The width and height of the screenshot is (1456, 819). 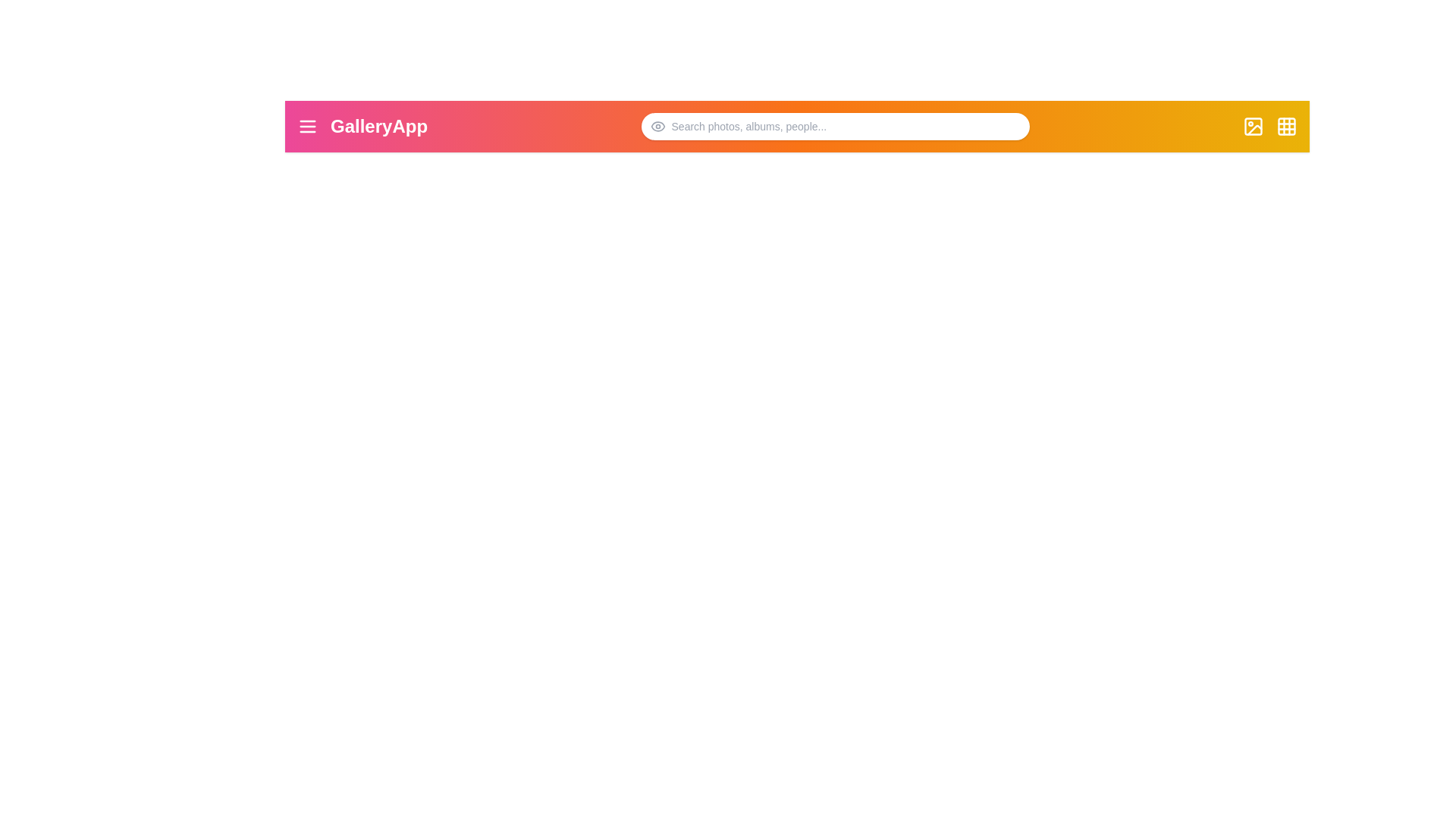 What do you see at coordinates (307, 125) in the screenshot?
I see `the menu icon to open the sidebar` at bounding box center [307, 125].